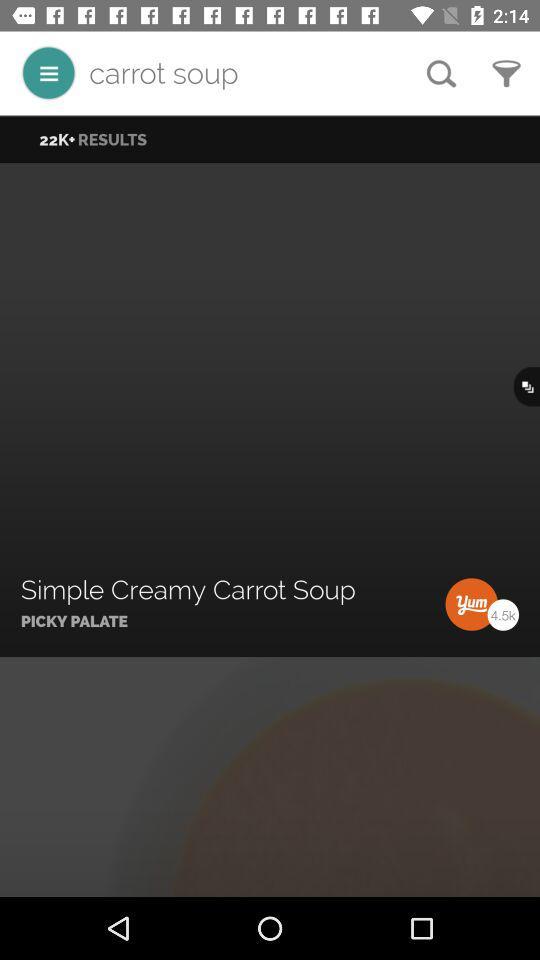 The image size is (540, 960). I want to click on icon next to the carrot soup, so click(441, 73).